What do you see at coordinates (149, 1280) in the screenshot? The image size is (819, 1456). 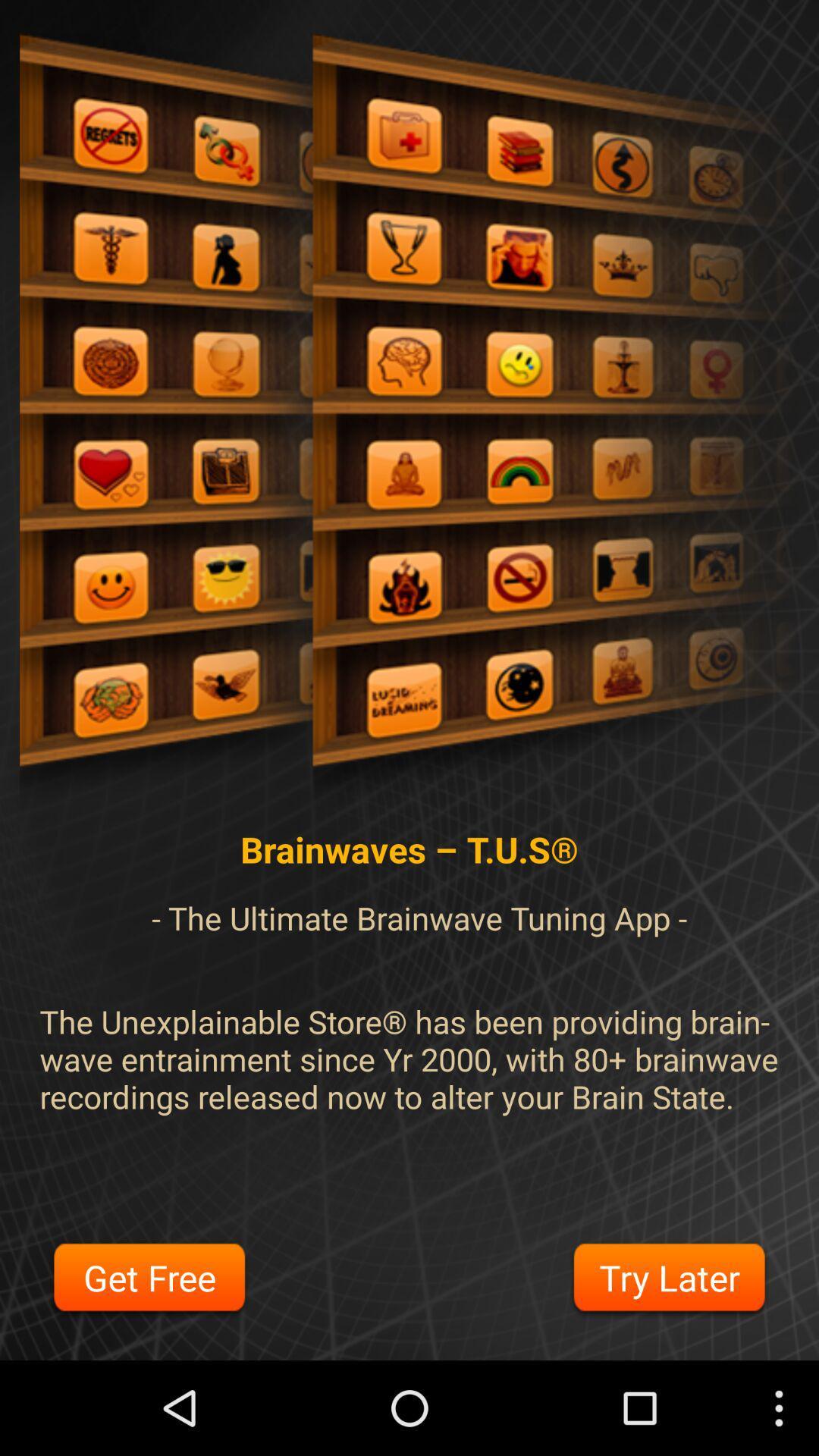 I see `the get free` at bounding box center [149, 1280].